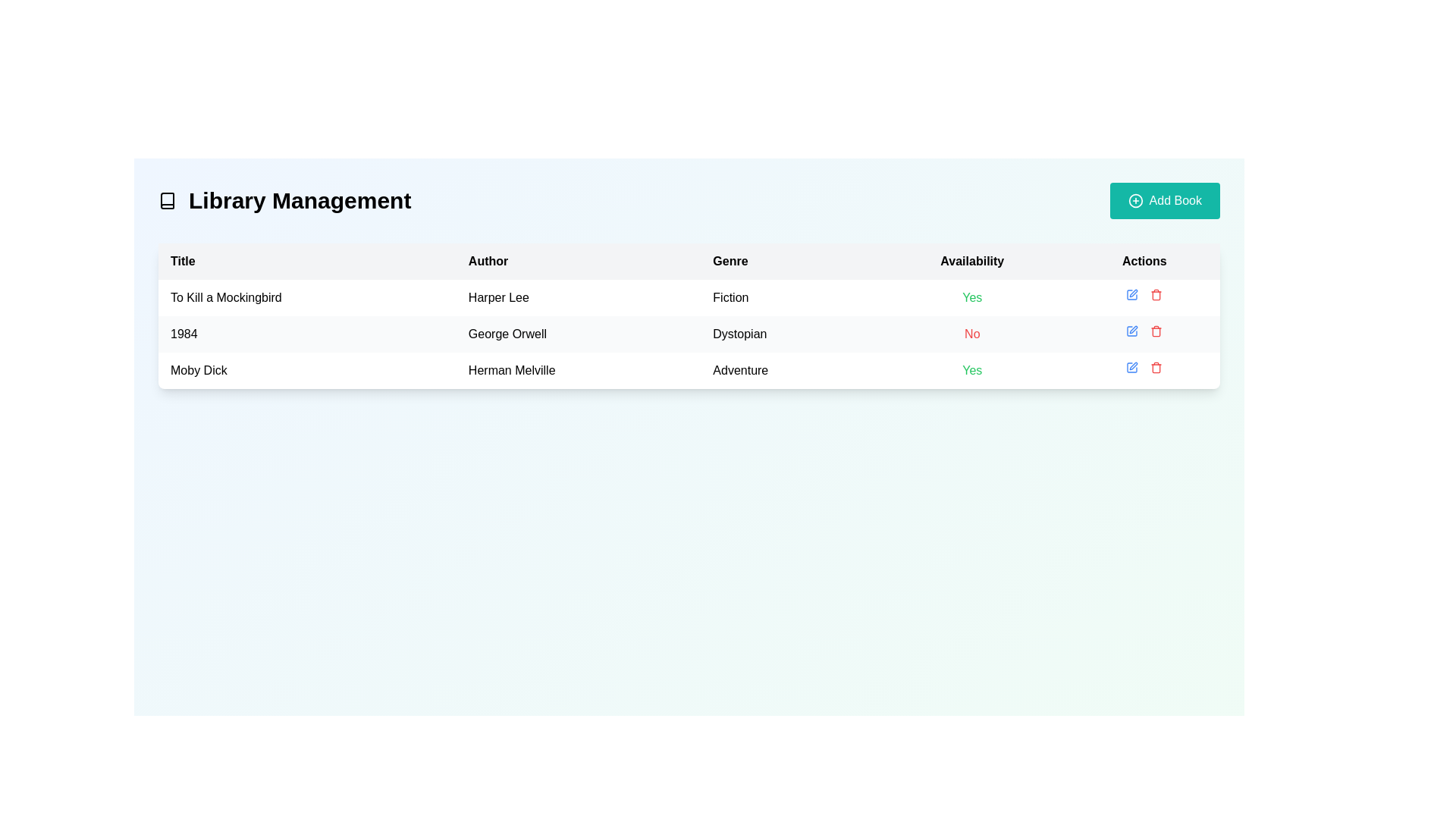 The image size is (1456, 819). I want to click on the blue edit icon in the actions section of the row containing the book '1984' by 'George Orwell' to modify the entry, so click(1144, 330).